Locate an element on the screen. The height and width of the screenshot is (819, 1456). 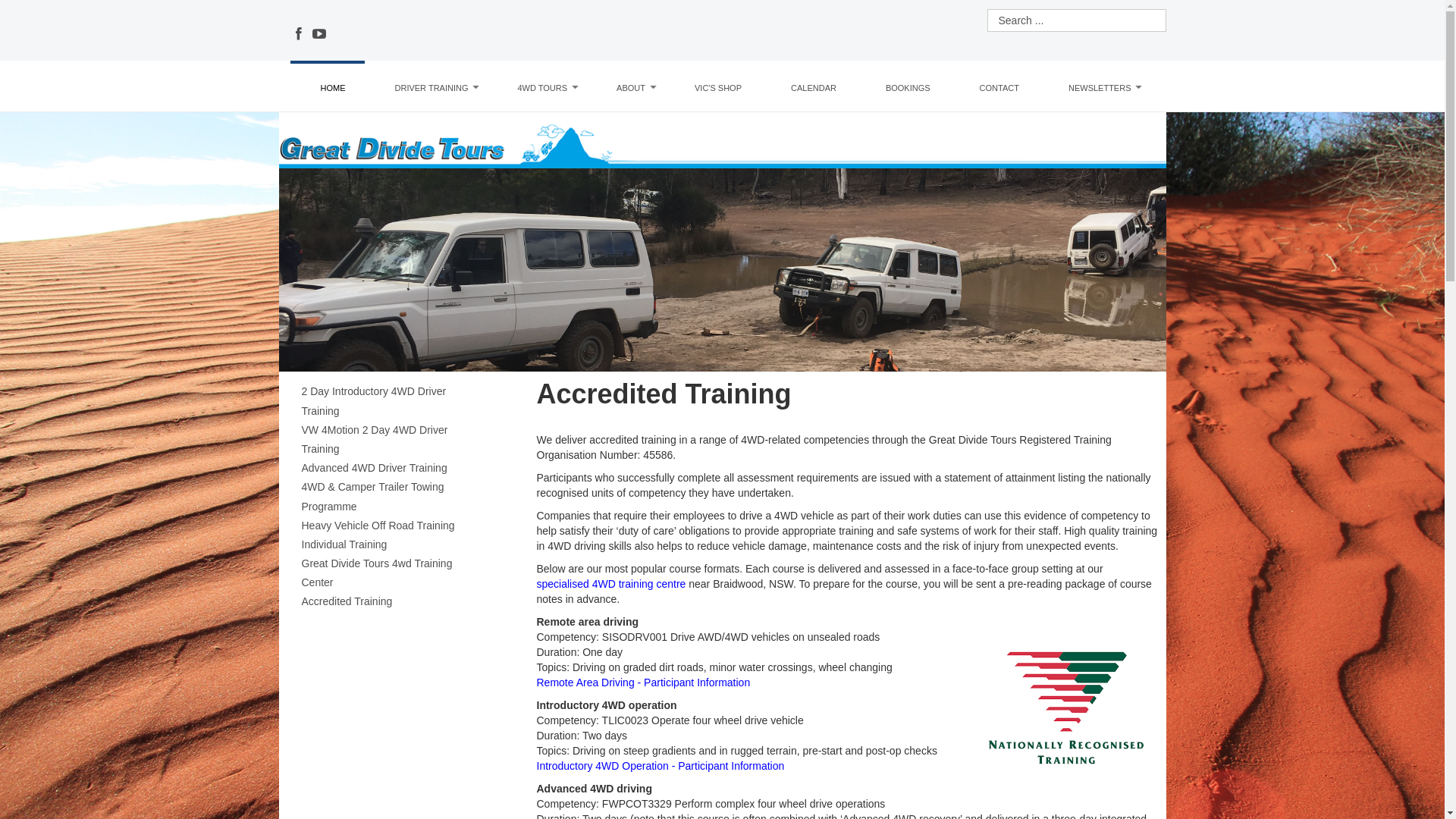
'Heavy Vehicle Off Road Training' is located at coordinates (393, 525).